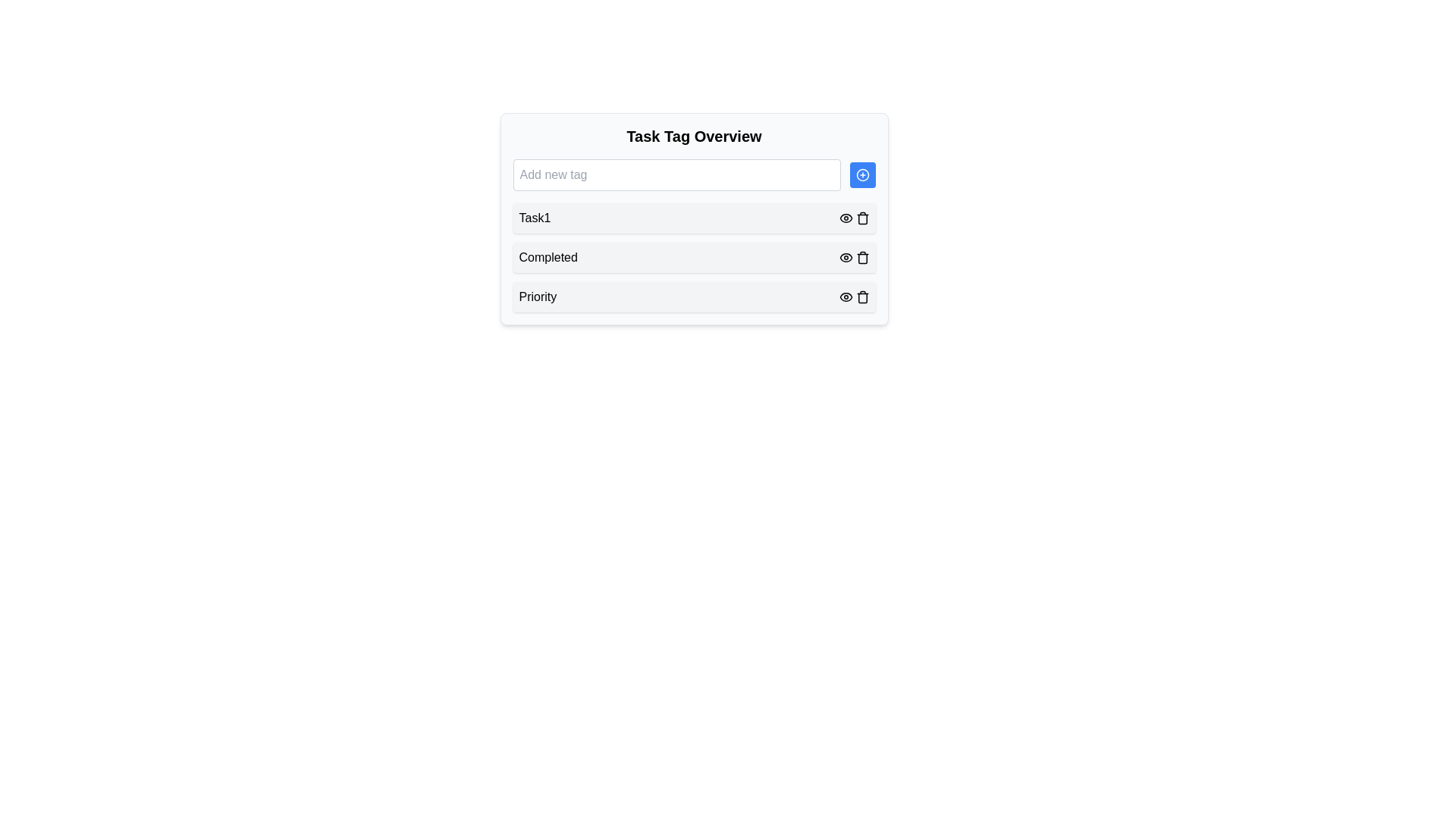 This screenshot has height=819, width=1456. What do you see at coordinates (862, 218) in the screenshot?
I see `the trash can icon button, which is the second interactive element next to the eye icon` at bounding box center [862, 218].